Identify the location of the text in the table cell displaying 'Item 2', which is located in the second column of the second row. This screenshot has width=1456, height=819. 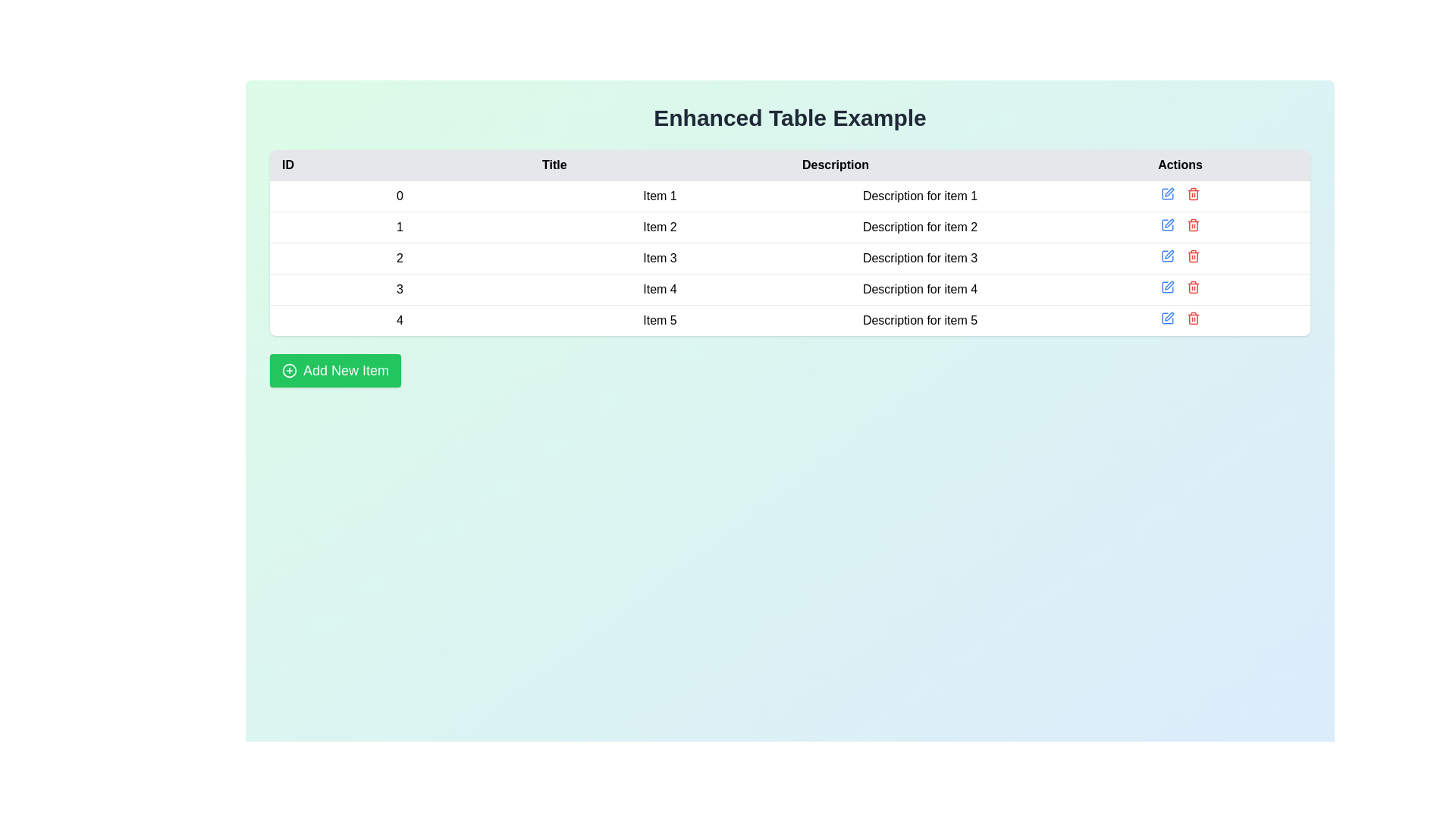
(660, 227).